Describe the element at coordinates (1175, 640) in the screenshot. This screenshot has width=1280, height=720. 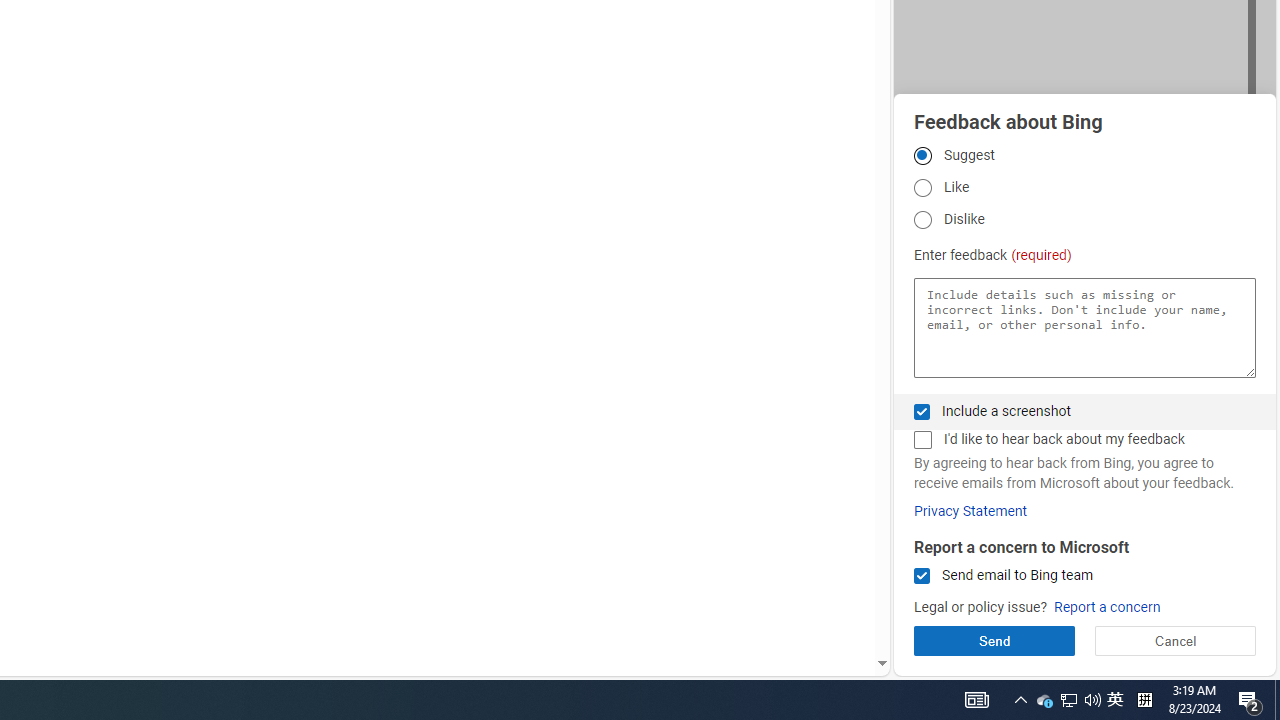
I see `'Cancel'` at that location.